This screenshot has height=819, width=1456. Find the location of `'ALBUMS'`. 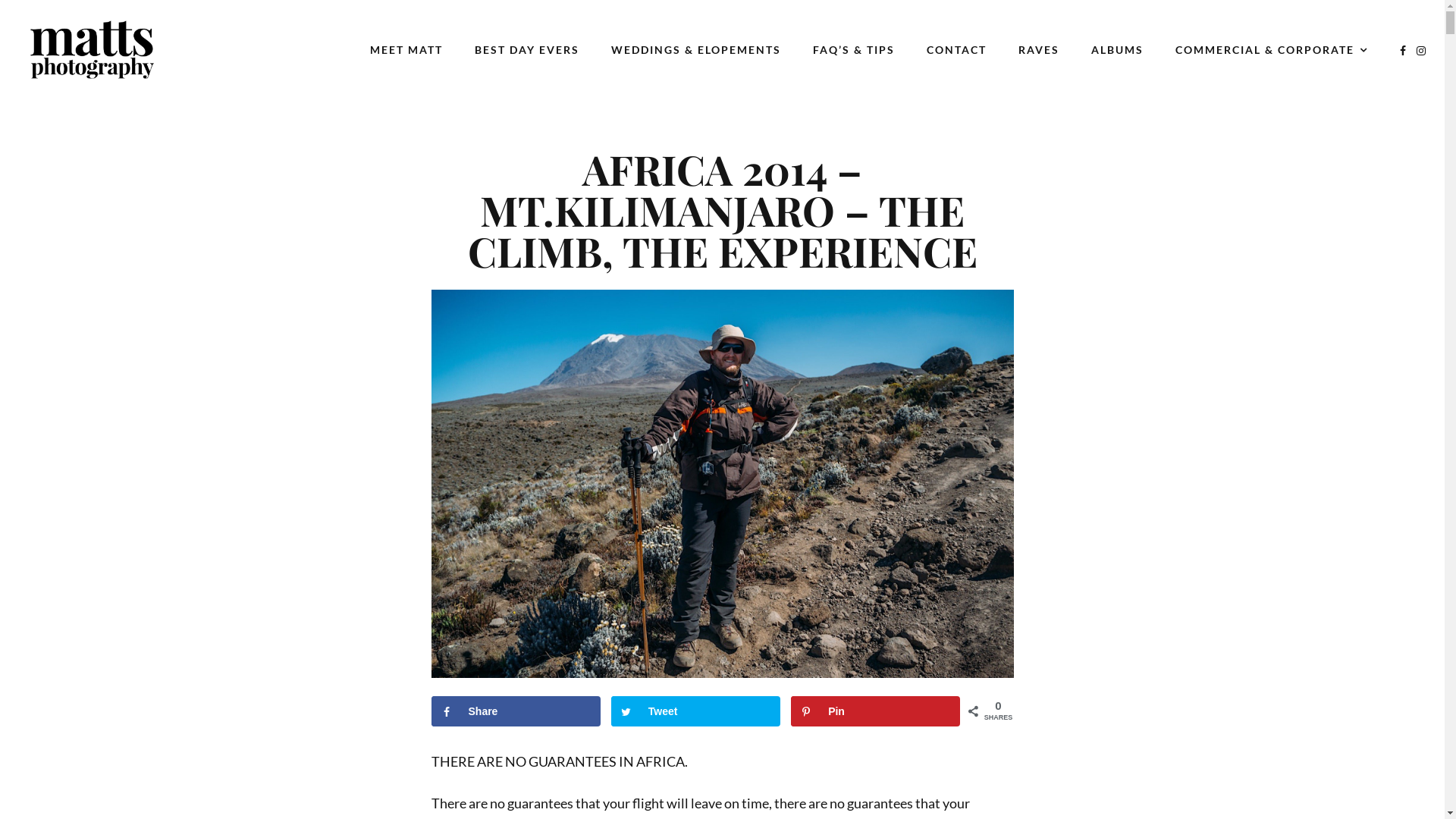

'ALBUMS' is located at coordinates (1117, 49).